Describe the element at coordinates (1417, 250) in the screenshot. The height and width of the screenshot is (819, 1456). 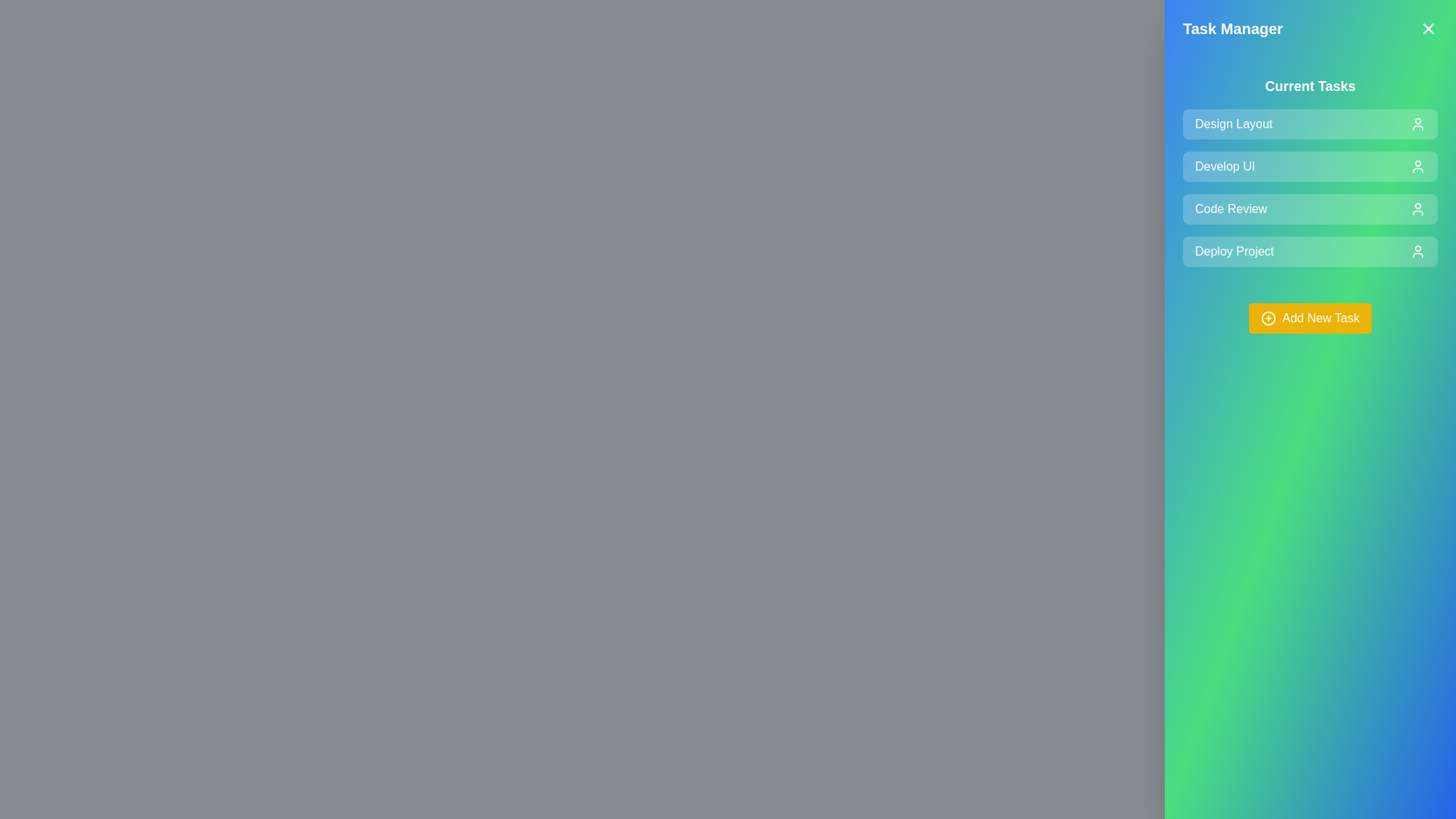
I see `the user icon represented by a small circular figure with a person's silhouette in white on a light green background, located in the last row under 'Current Tasks' in the 'Task Manager' pane` at that location.